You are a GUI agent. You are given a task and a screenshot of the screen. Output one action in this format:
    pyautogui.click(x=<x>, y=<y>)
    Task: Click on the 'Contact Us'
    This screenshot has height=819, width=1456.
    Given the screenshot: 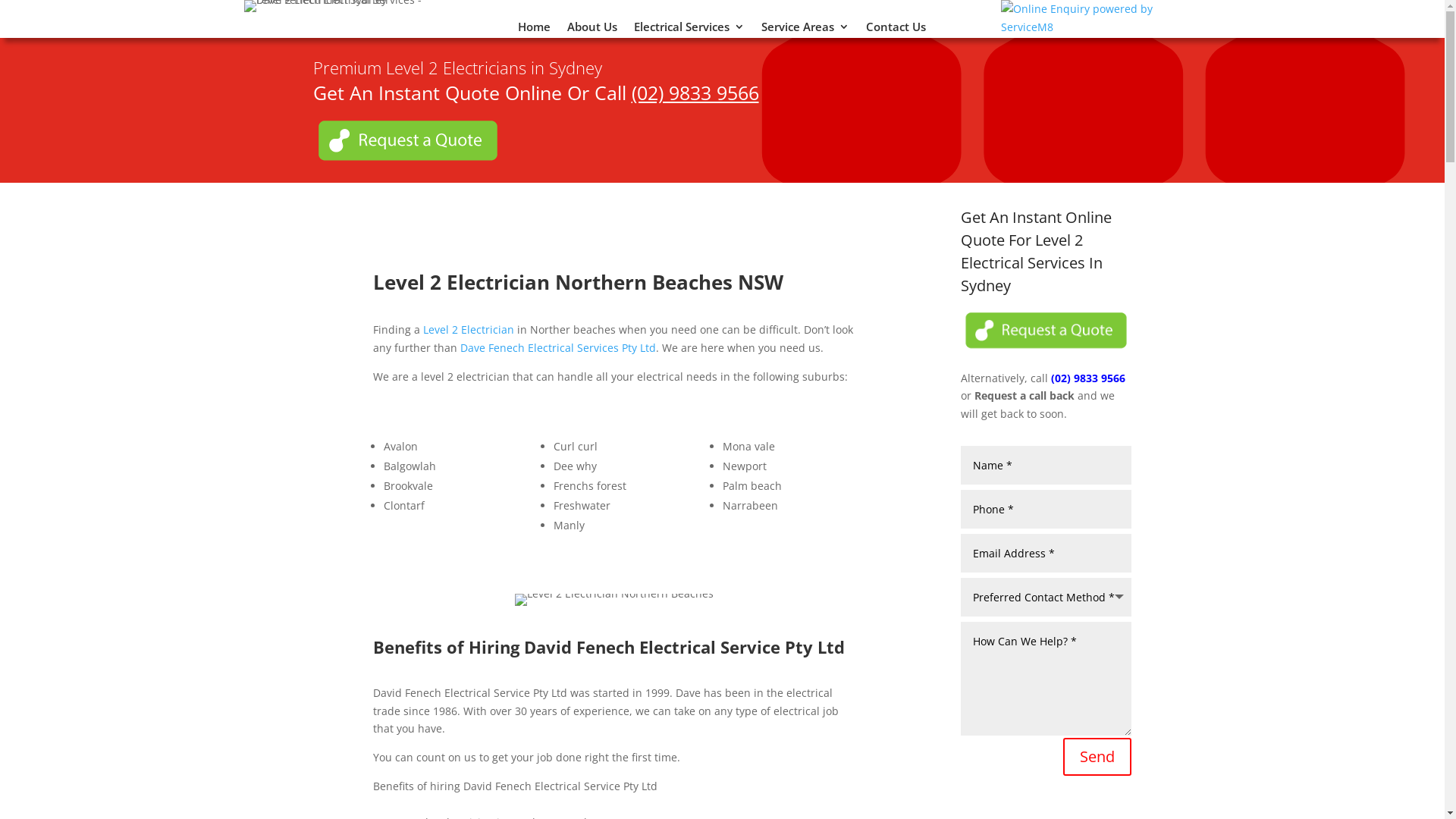 What is the action you would take?
    pyautogui.click(x=896, y=29)
    